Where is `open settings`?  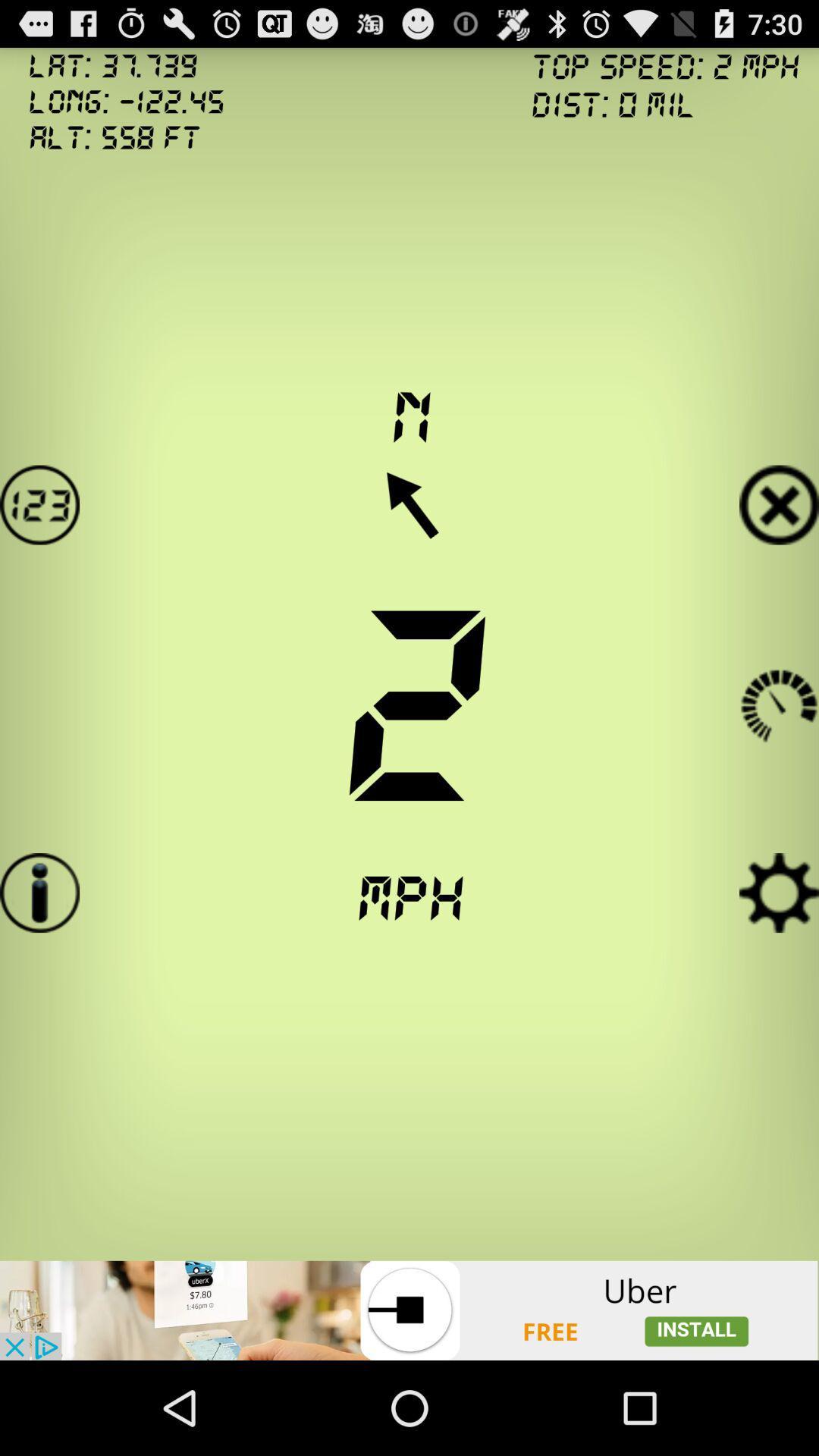
open settings is located at coordinates (779, 893).